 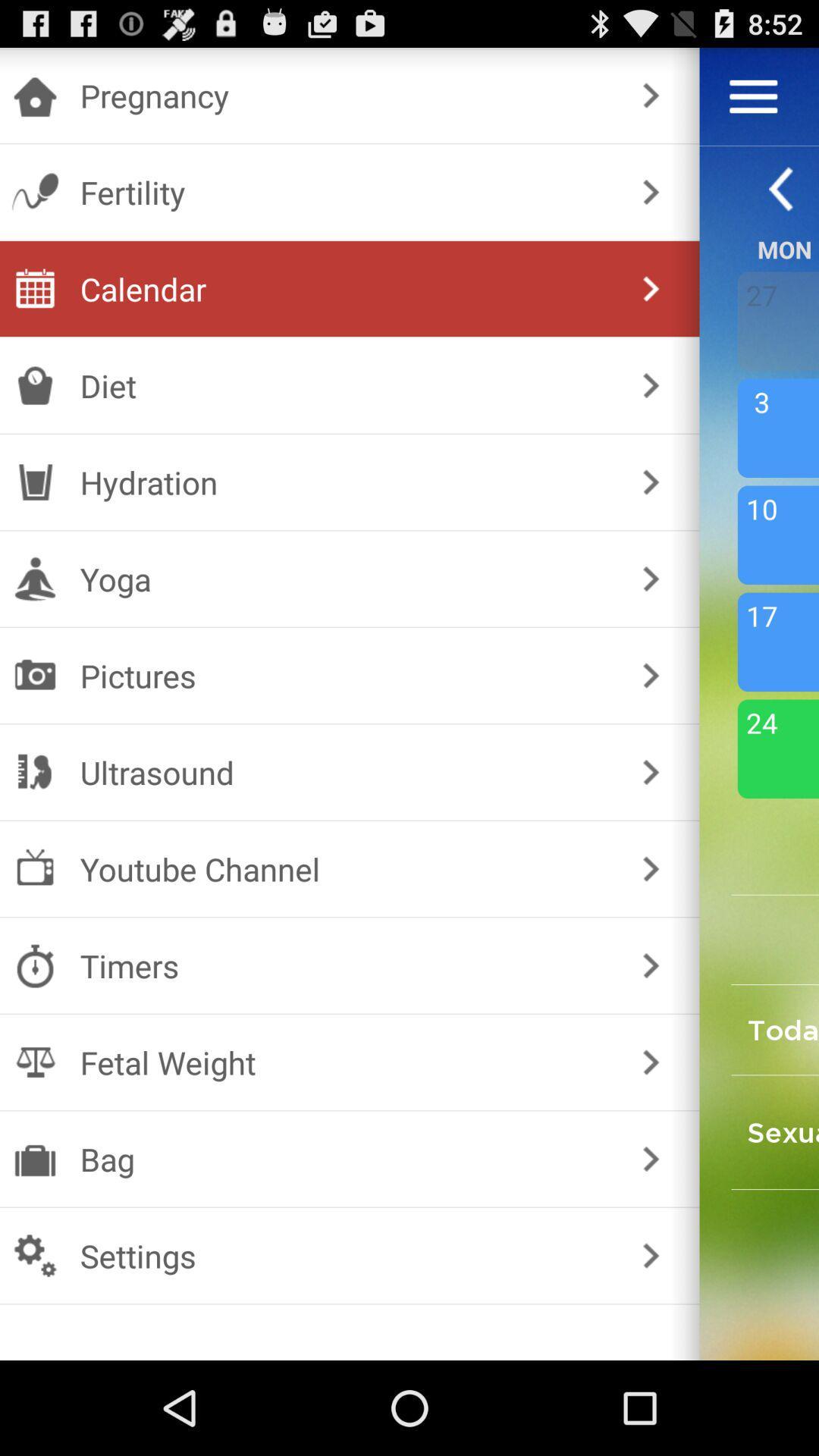 I want to click on the diet, so click(x=347, y=385).